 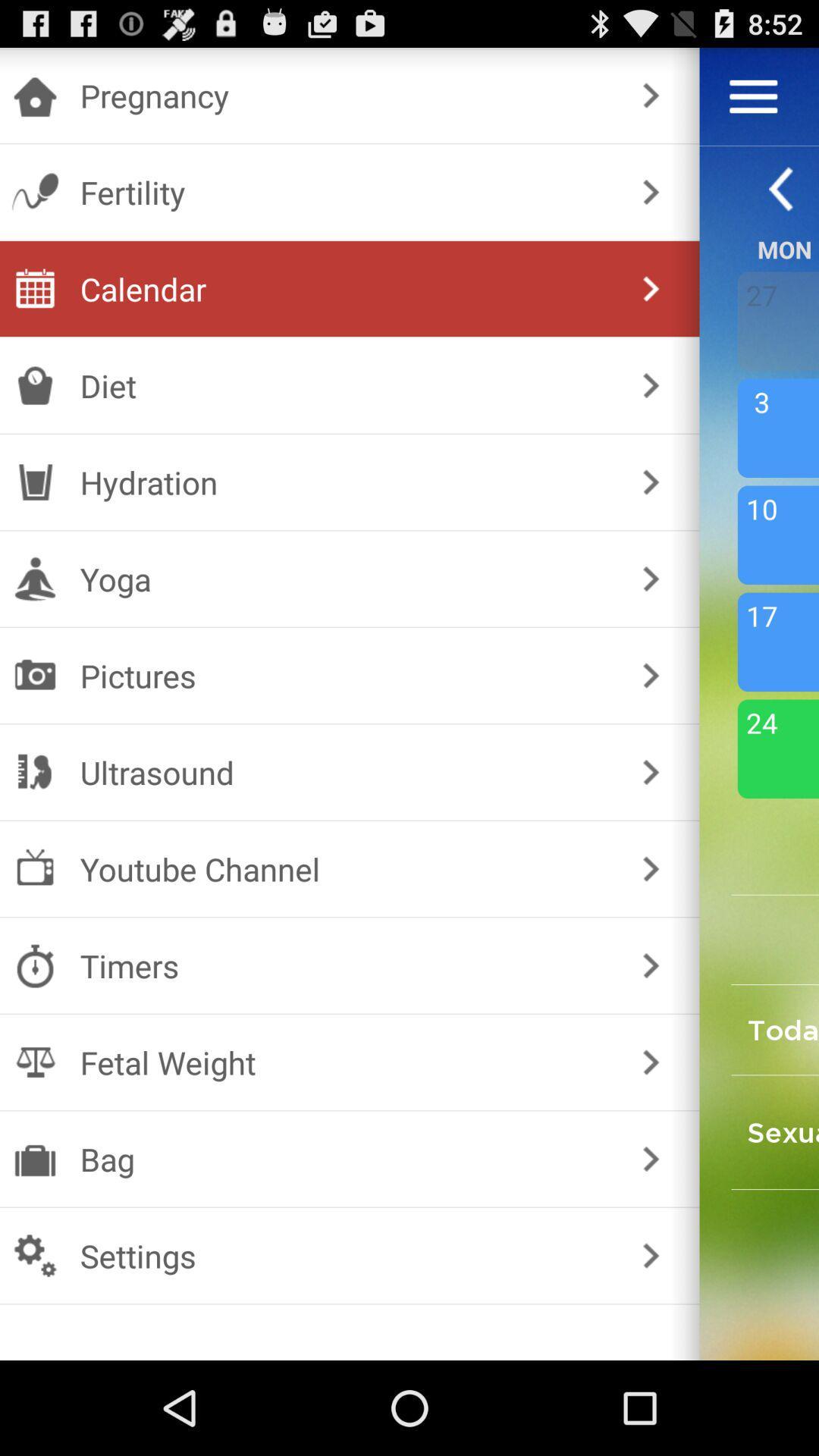 I want to click on the diet, so click(x=347, y=385).